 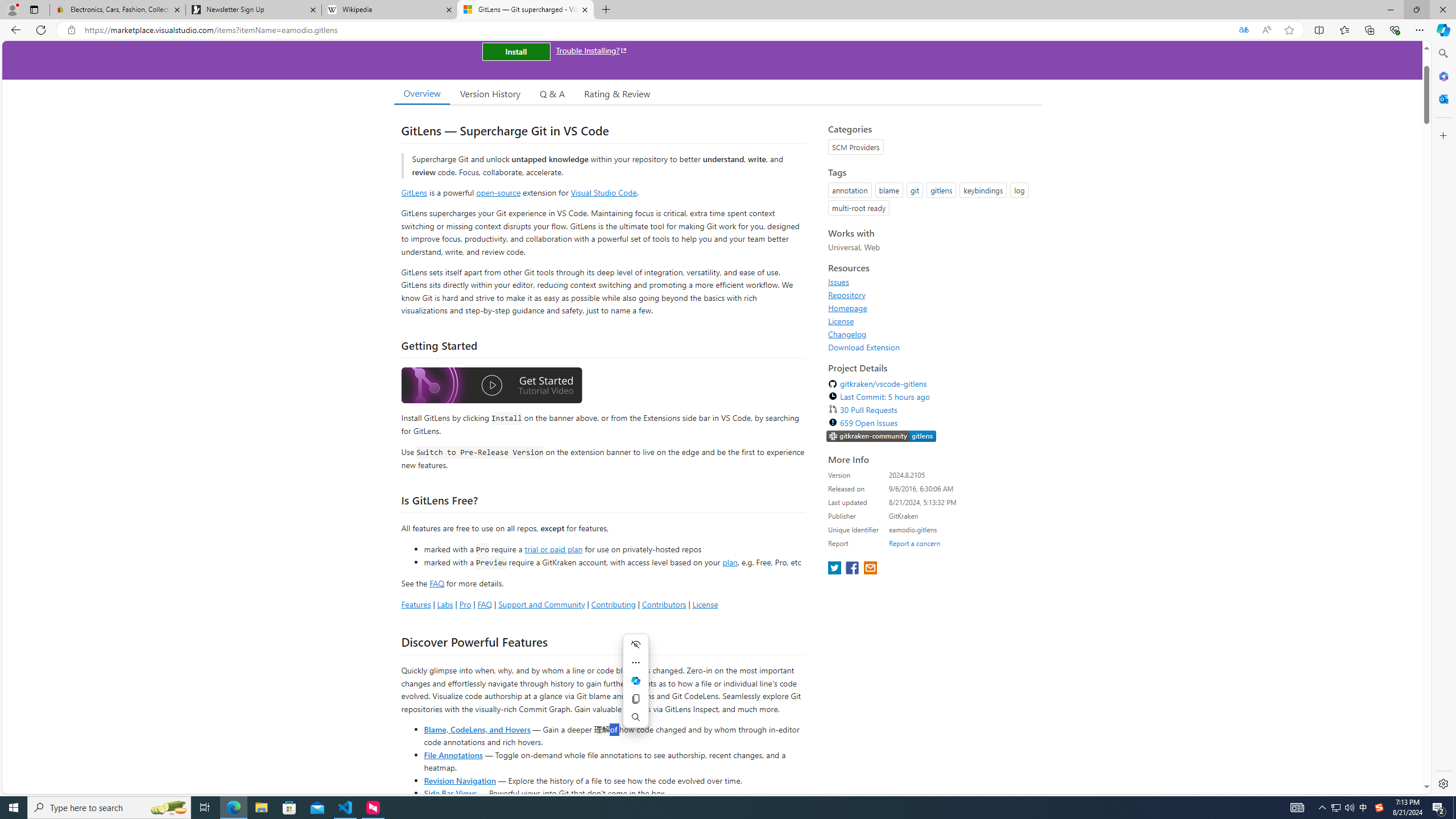 What do you see at coordinates (932, 282) in the screenshot?
I see `'Issues'` at bounding box center [932, 282].